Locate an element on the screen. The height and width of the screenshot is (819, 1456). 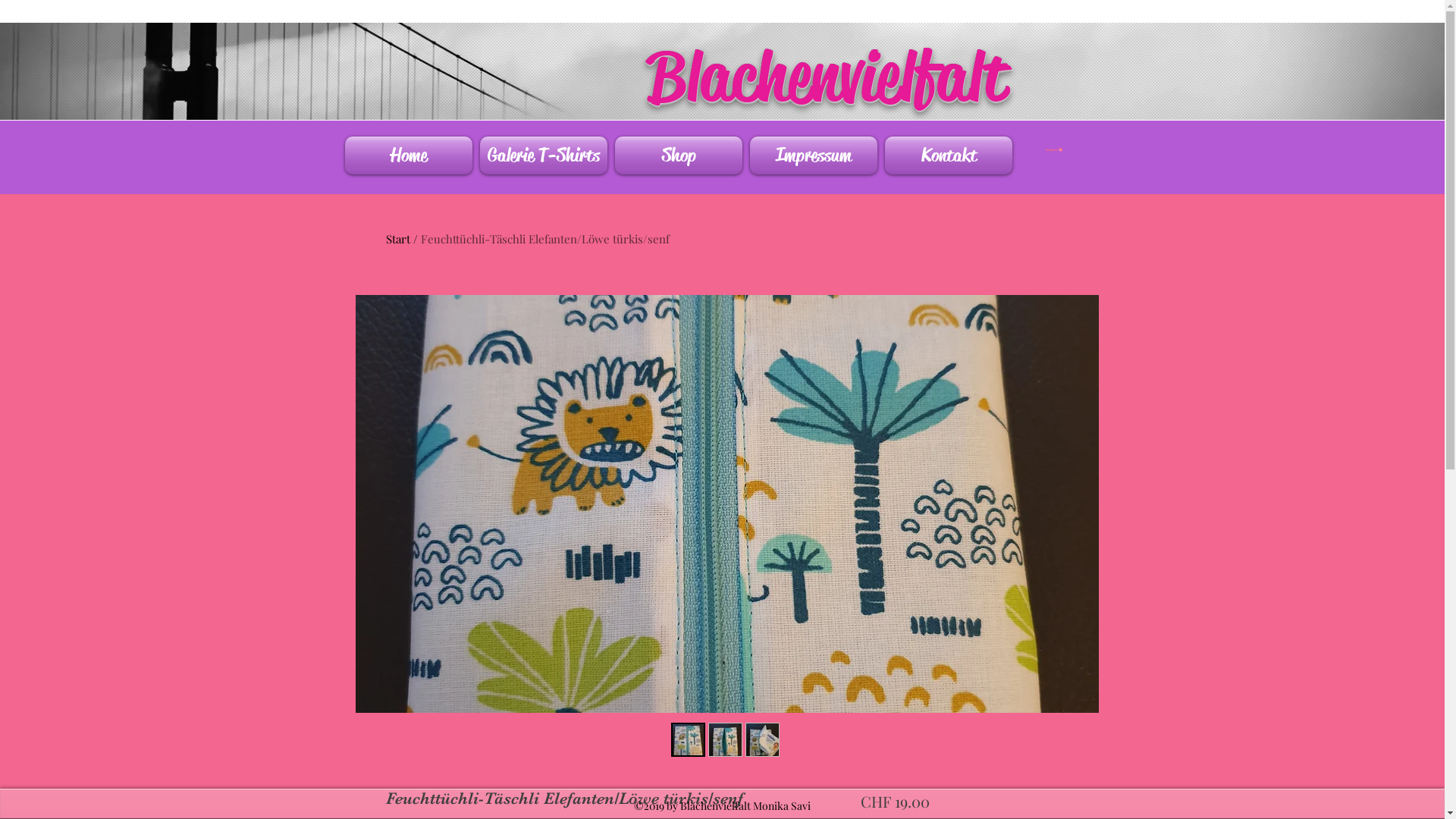
'Start' is located at coordinates (397, 239).